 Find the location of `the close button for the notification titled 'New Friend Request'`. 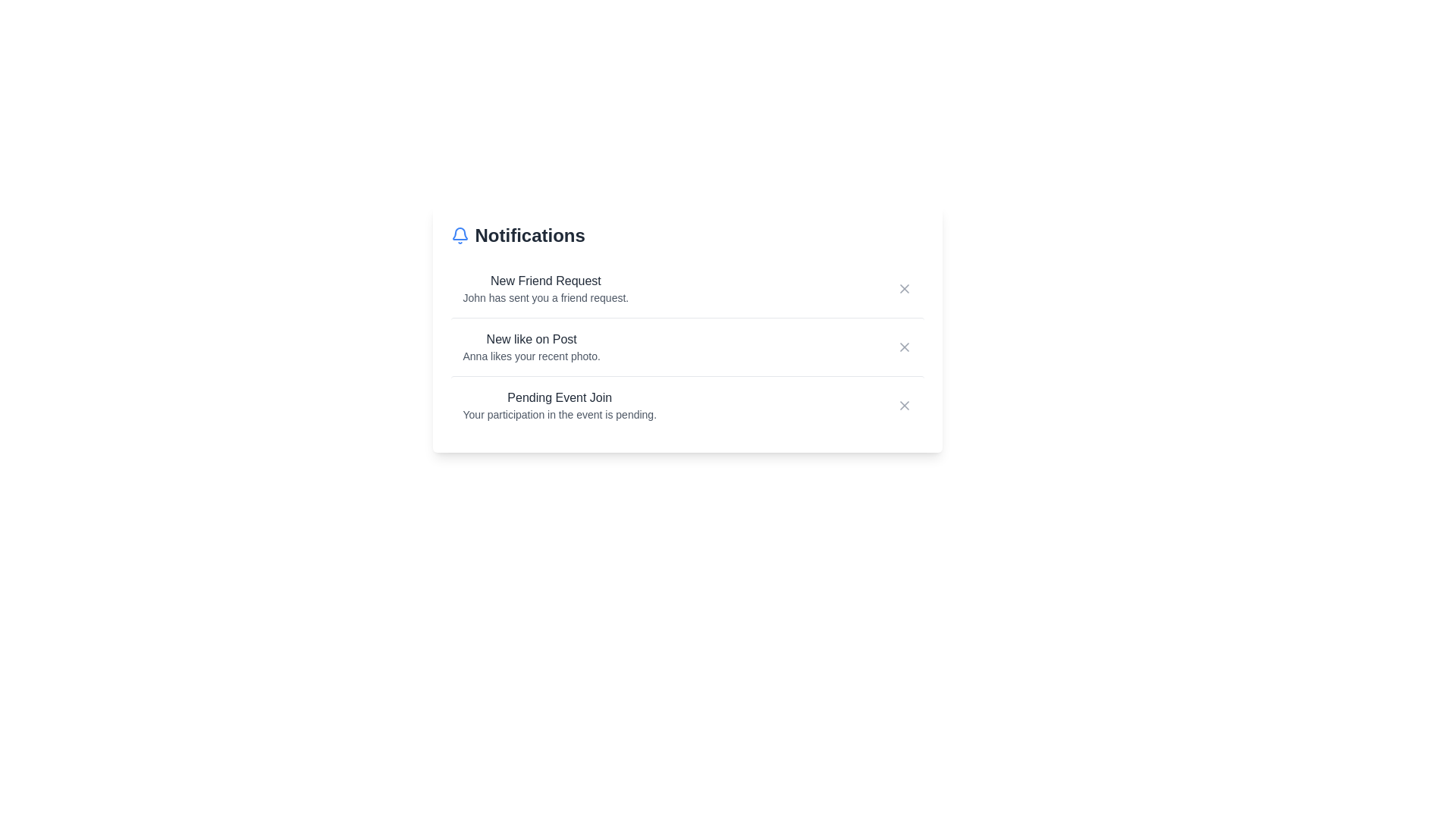

the close button for the notification titled 'New Friend Request' is located at coordinates (904, 289).